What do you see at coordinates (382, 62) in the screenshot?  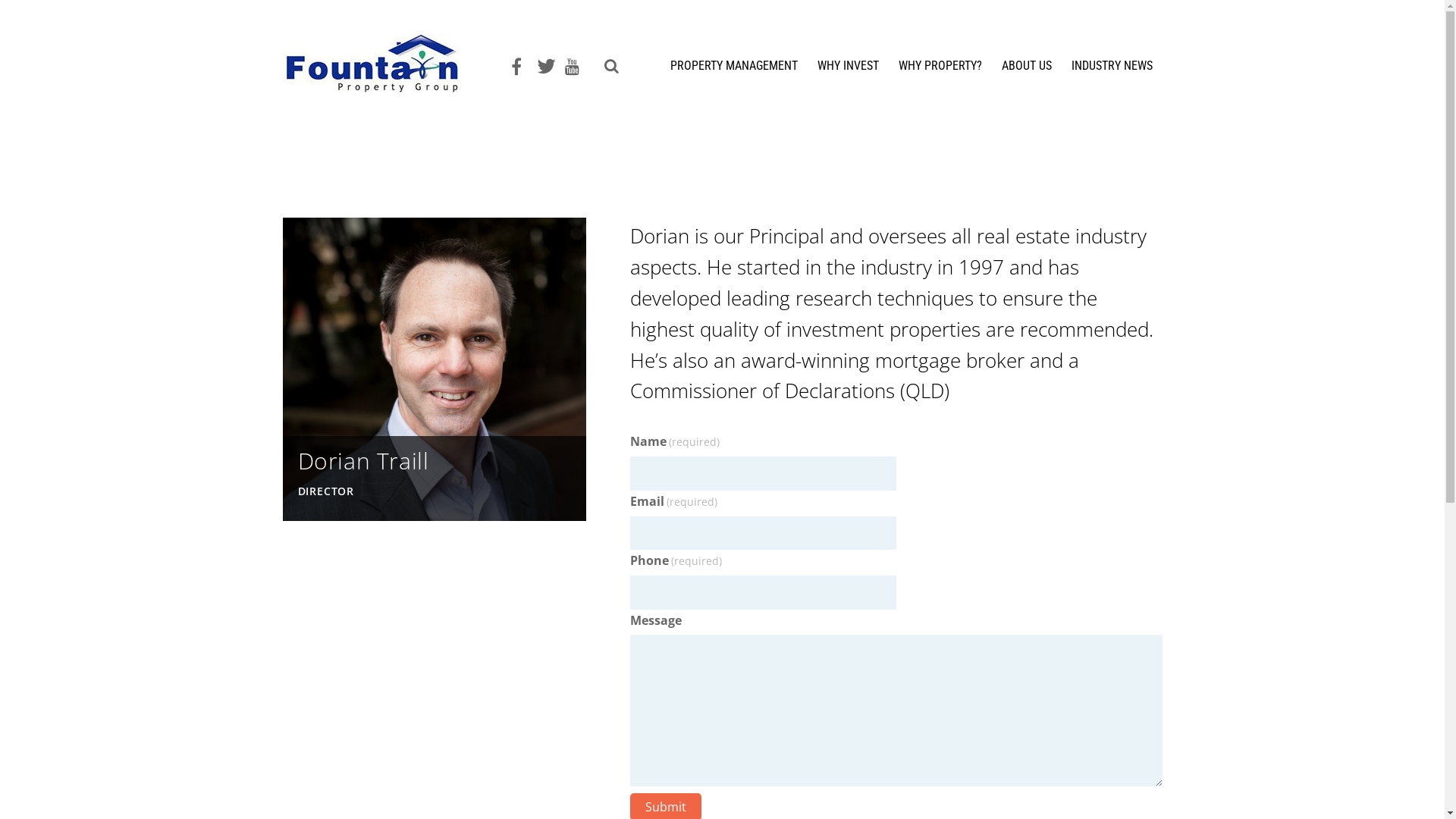 I see `'Investment Property & Wealth Creation Strategies'` at bounding box center [382, 62].